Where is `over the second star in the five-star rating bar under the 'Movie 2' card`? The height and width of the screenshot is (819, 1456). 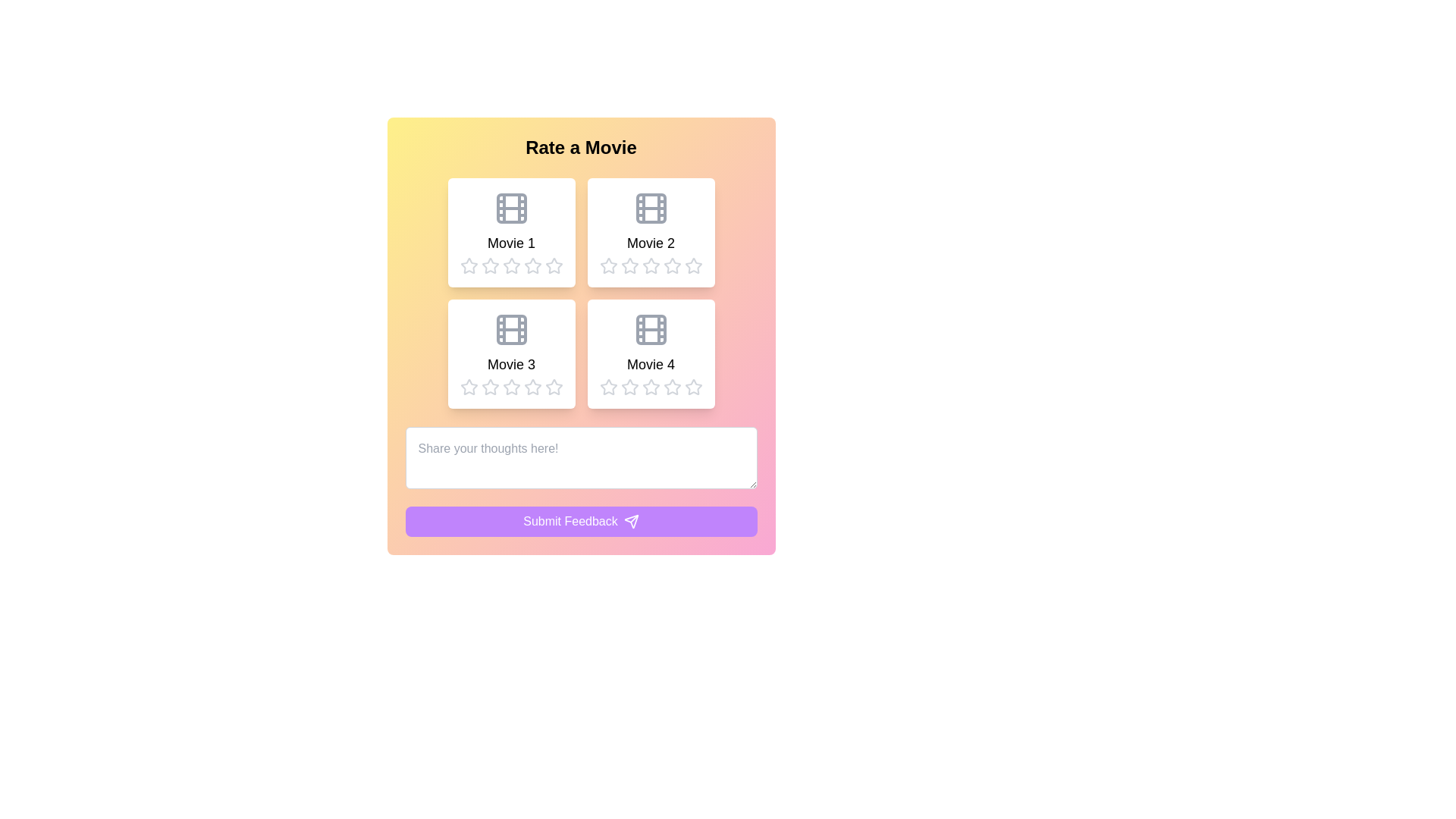
over the second star in the five-star rating bar under the 'Movie 2' card is located at coordinates (671, 265).